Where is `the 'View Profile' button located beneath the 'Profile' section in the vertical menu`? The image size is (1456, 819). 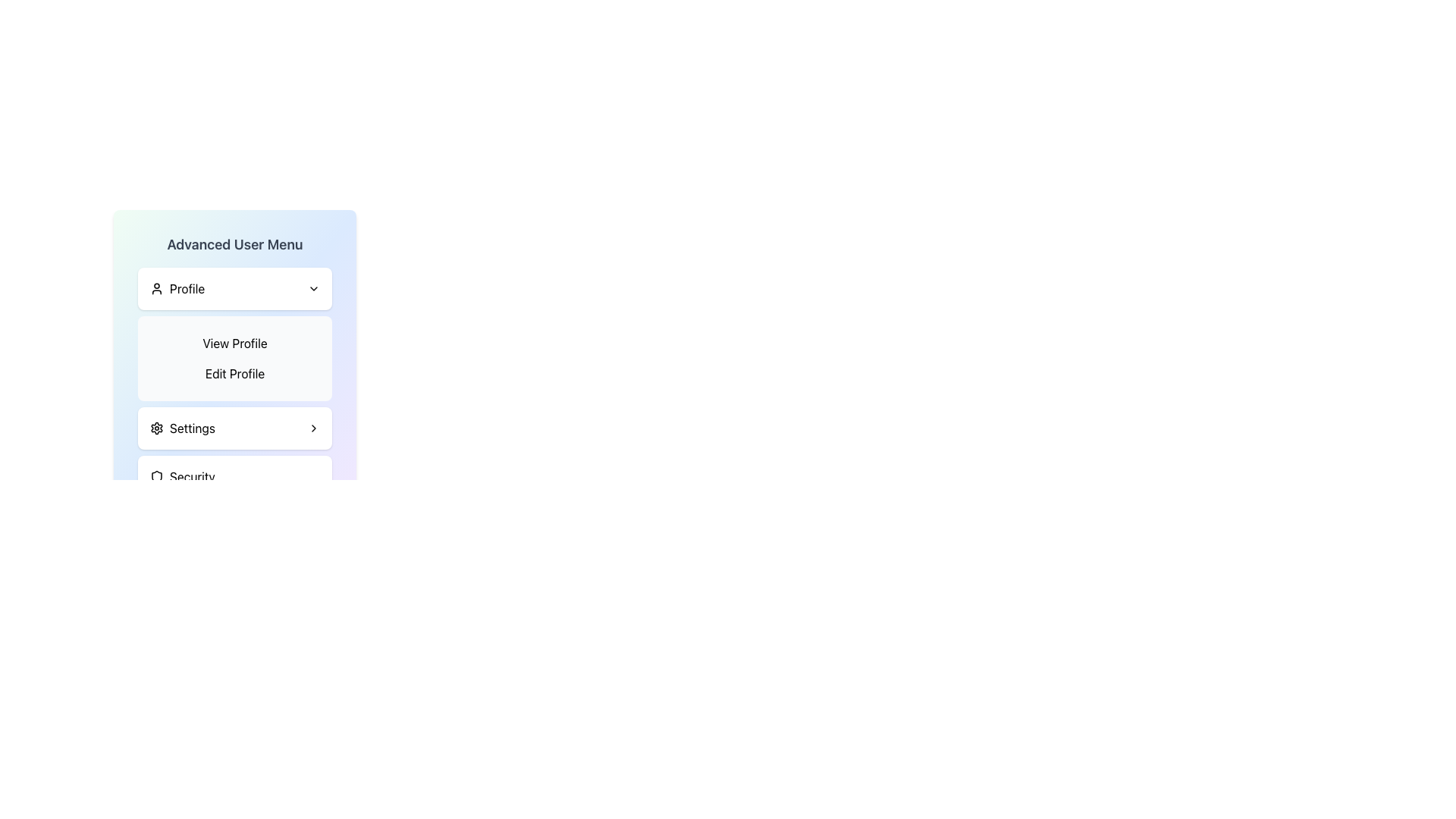 the 'View Profile' button located beneath the 'Profile' section in the vertical menu is located at coordinates (234, 343).